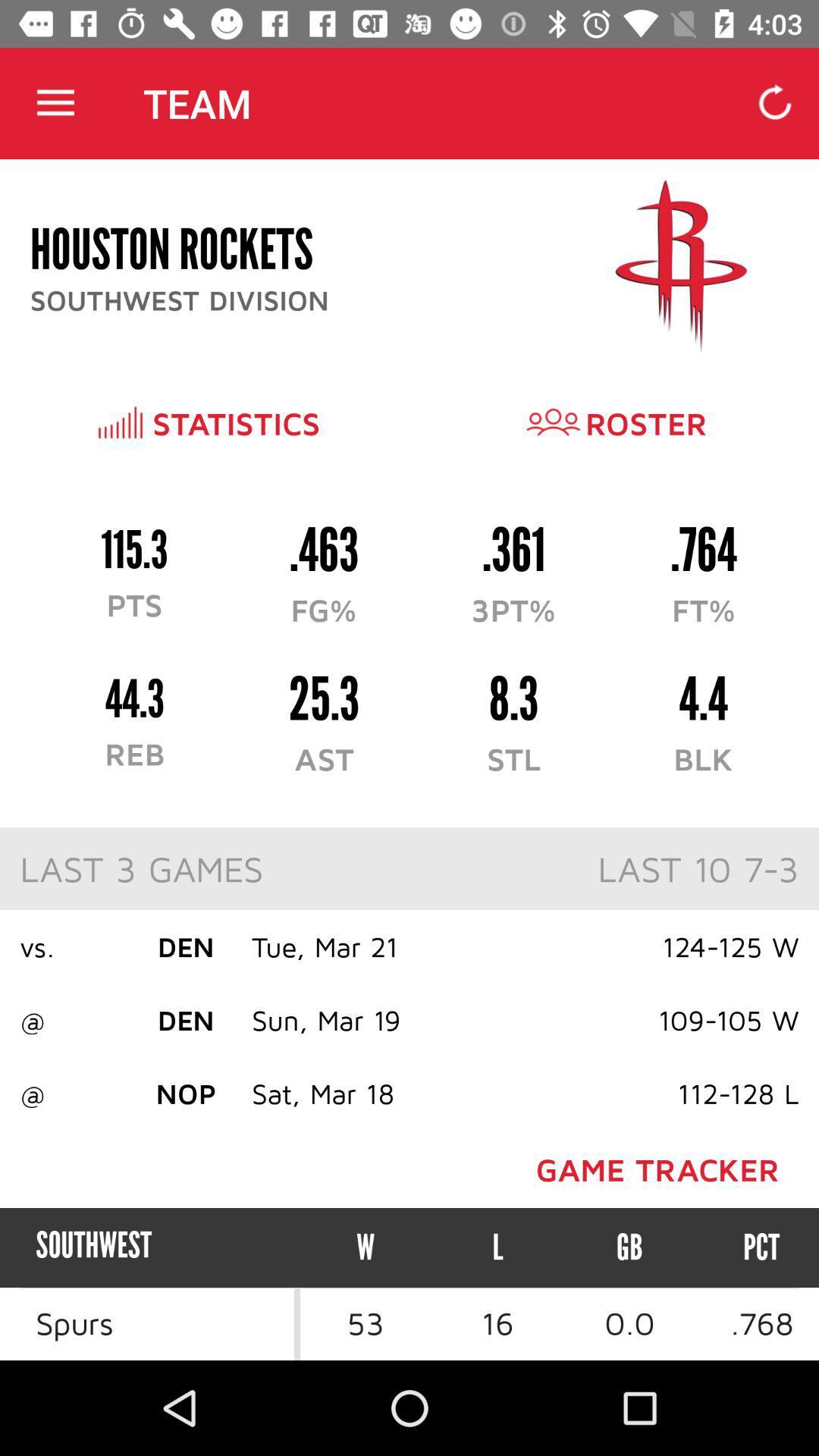 This screenshot has width=819, height=1456. What do you see at coordinates (553, 422) in the screenshot?
I see `the icon left to roster` at bounding box center [553, 422].